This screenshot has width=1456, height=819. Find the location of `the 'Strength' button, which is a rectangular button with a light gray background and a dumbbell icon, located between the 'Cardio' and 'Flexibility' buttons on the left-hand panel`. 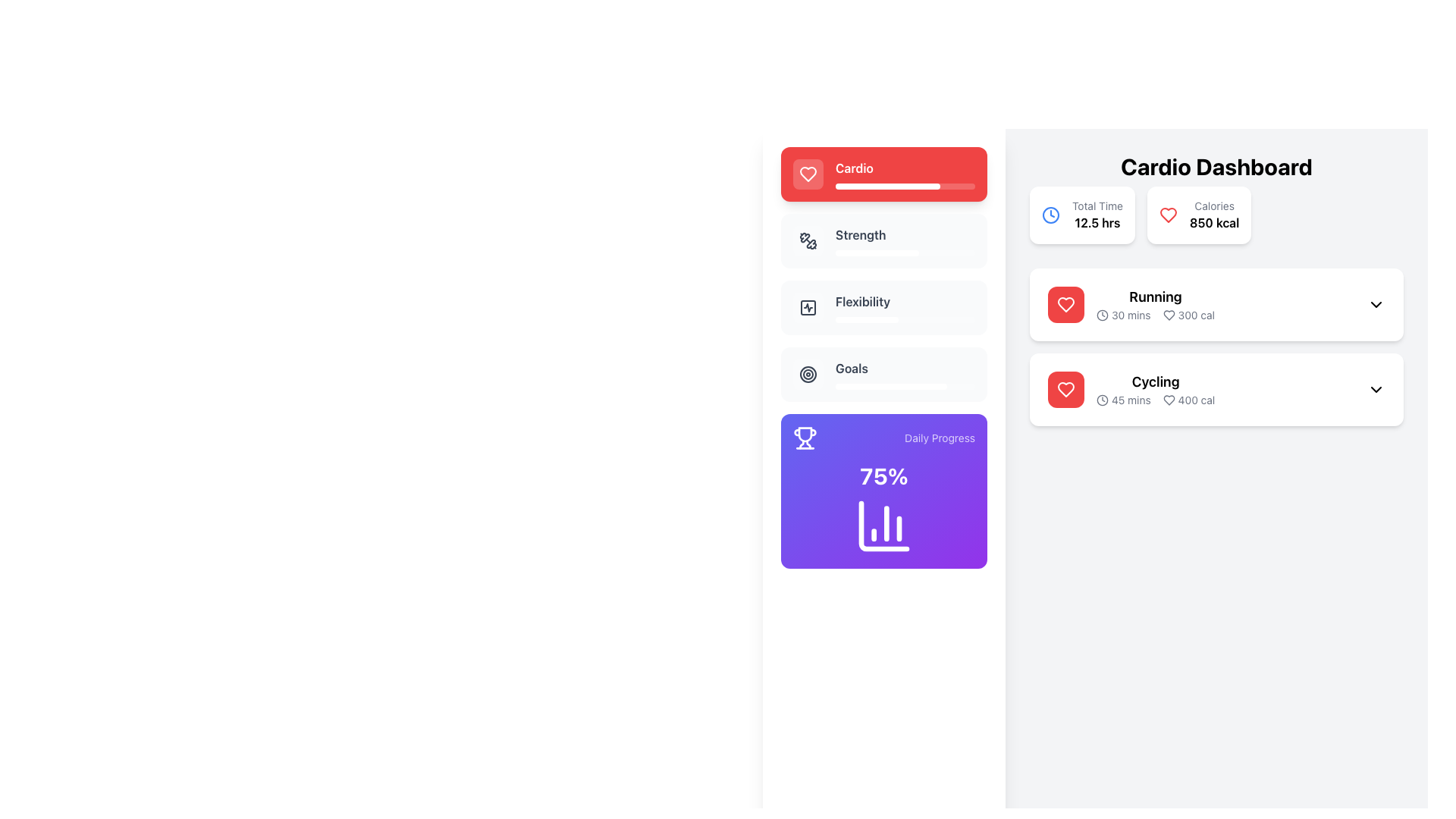

the 'Strength' button, which is a rectangular button with a light gray background and a dumbbell icon, located between the 'Cardio' and 'Flexibility' buttons on the left-hand panel is located at coordinates (884, 240).